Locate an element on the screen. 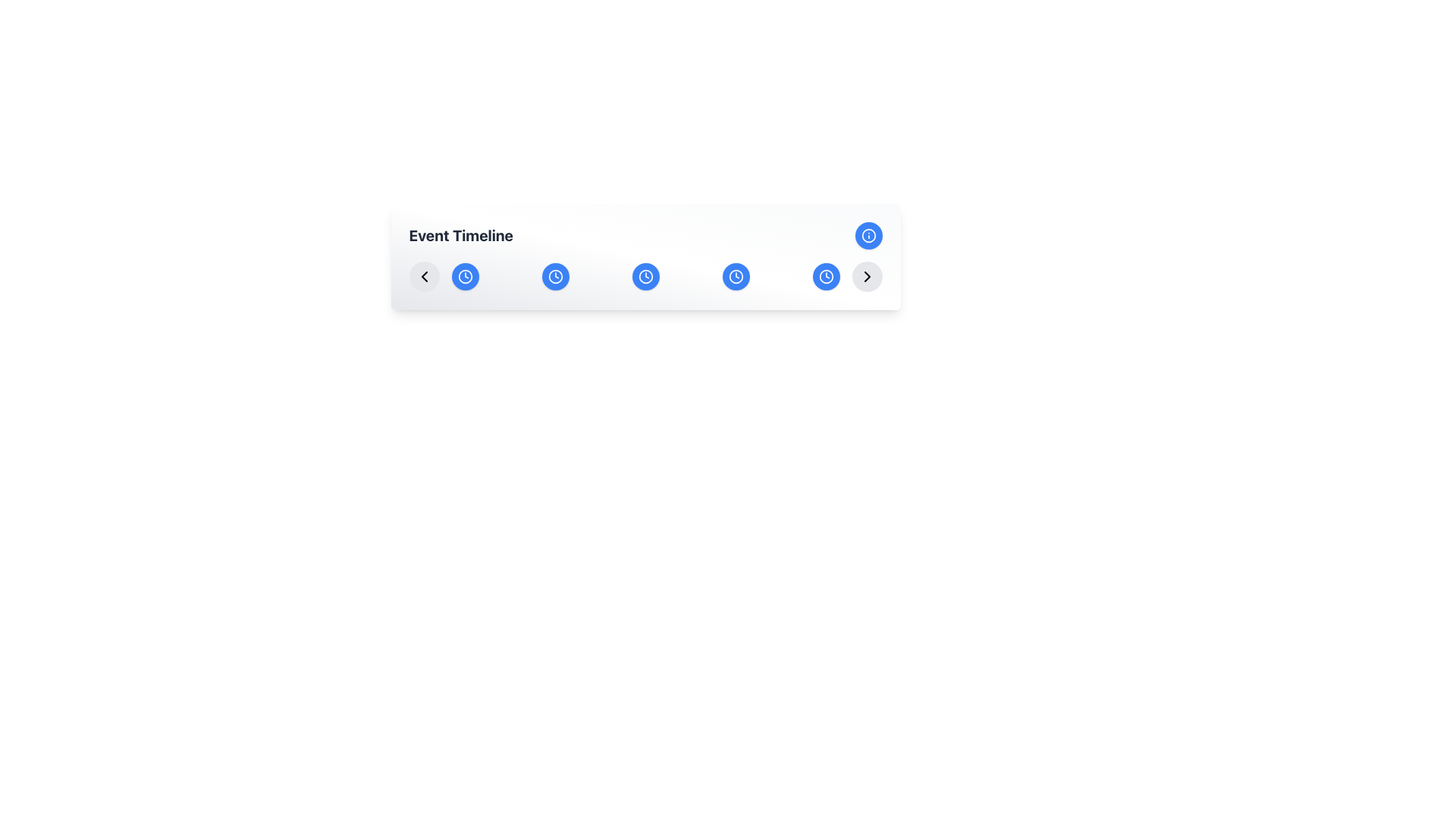  the circular clock icon with a blue outer circle located in the second position of the horizontal interface titled 'Event Timeline' is located at coordinates (464, 277).